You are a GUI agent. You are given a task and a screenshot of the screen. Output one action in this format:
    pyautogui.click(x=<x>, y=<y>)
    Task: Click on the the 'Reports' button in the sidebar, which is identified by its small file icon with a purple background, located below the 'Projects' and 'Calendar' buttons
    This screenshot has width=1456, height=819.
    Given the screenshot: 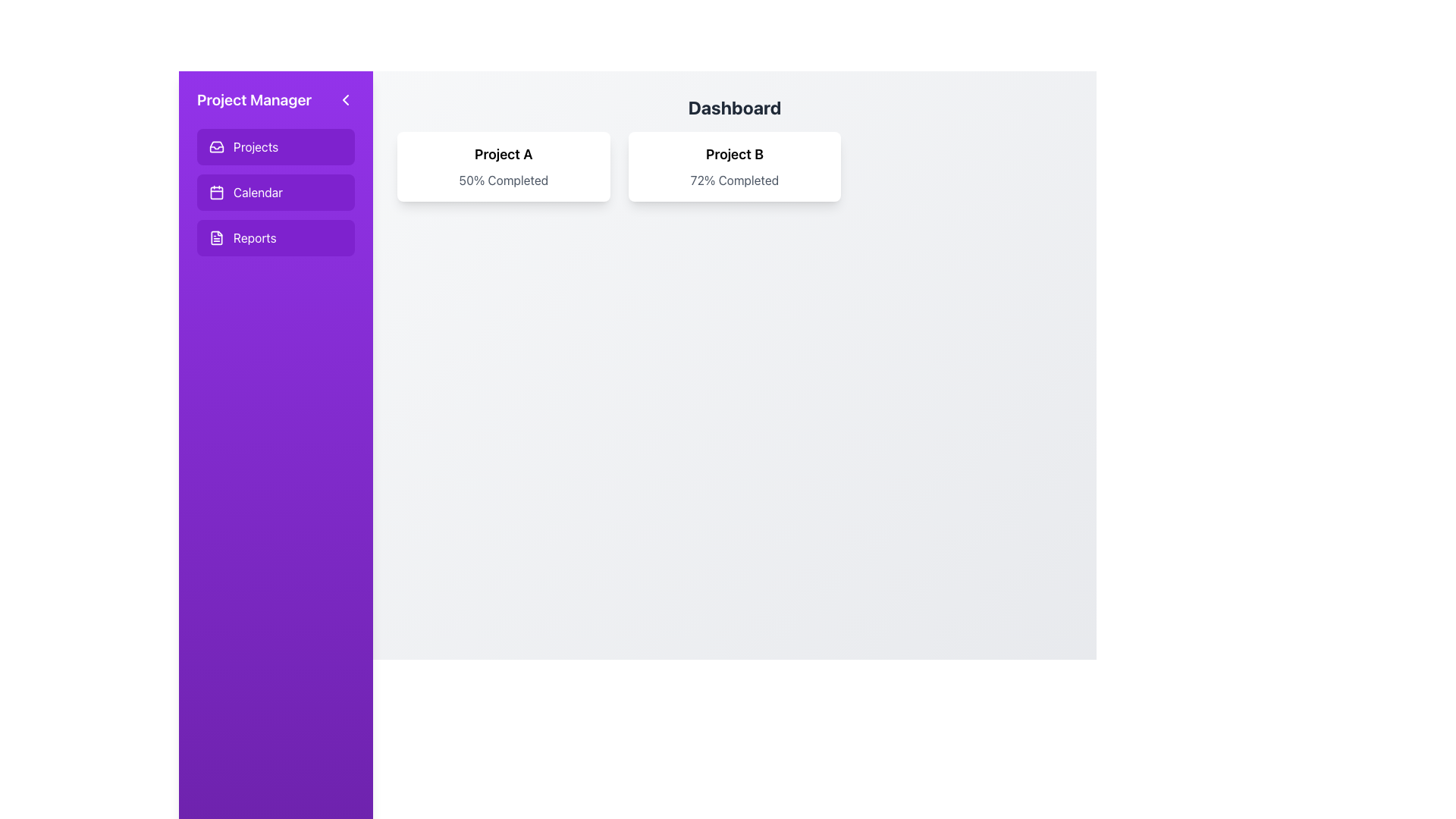 What is the action you would take?
    pyautogui.click(x=216, y=237)
    